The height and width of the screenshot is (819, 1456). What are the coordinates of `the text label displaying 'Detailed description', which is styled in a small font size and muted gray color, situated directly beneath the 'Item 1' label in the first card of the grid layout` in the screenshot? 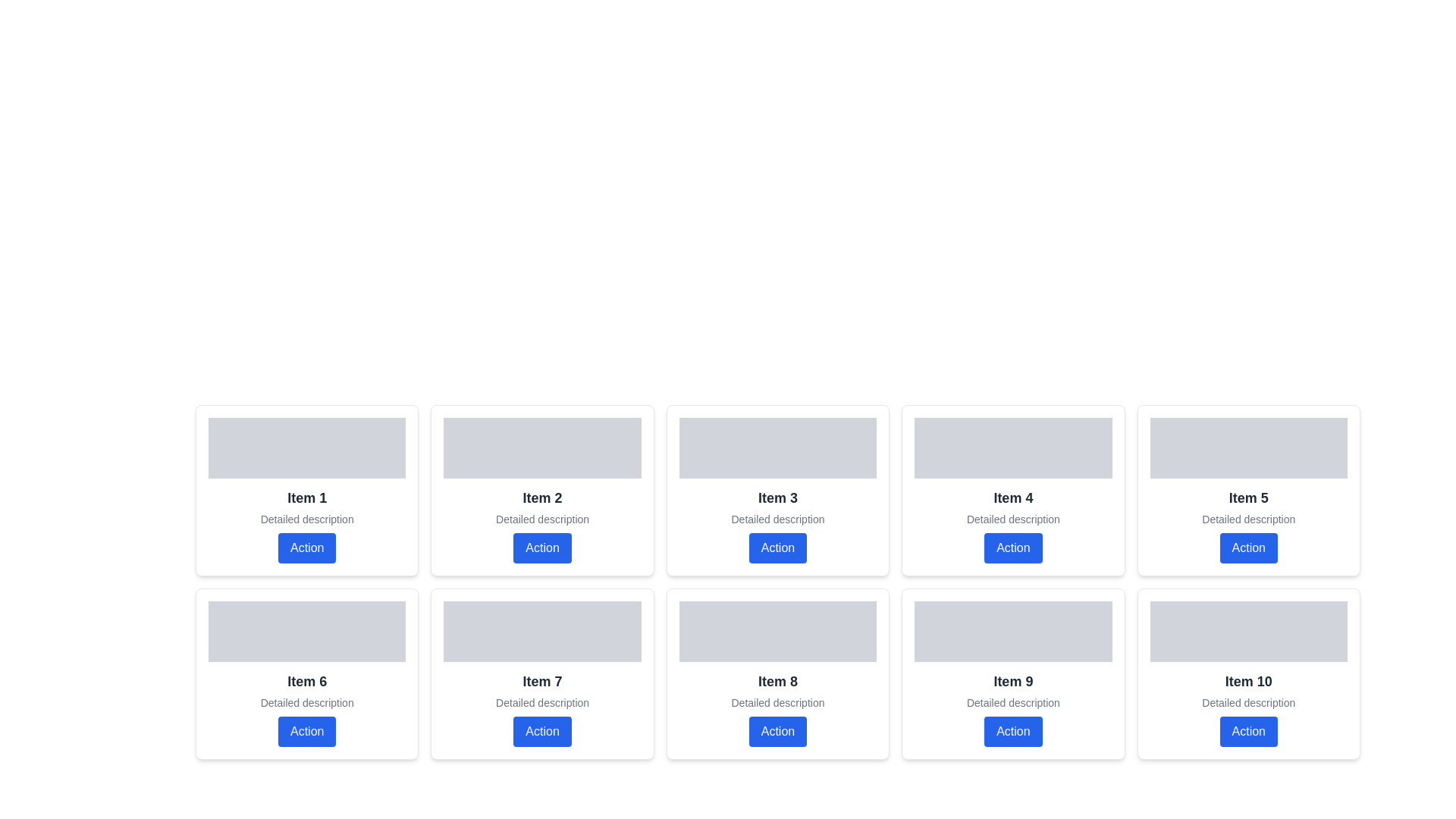 It's located at (306, 519).